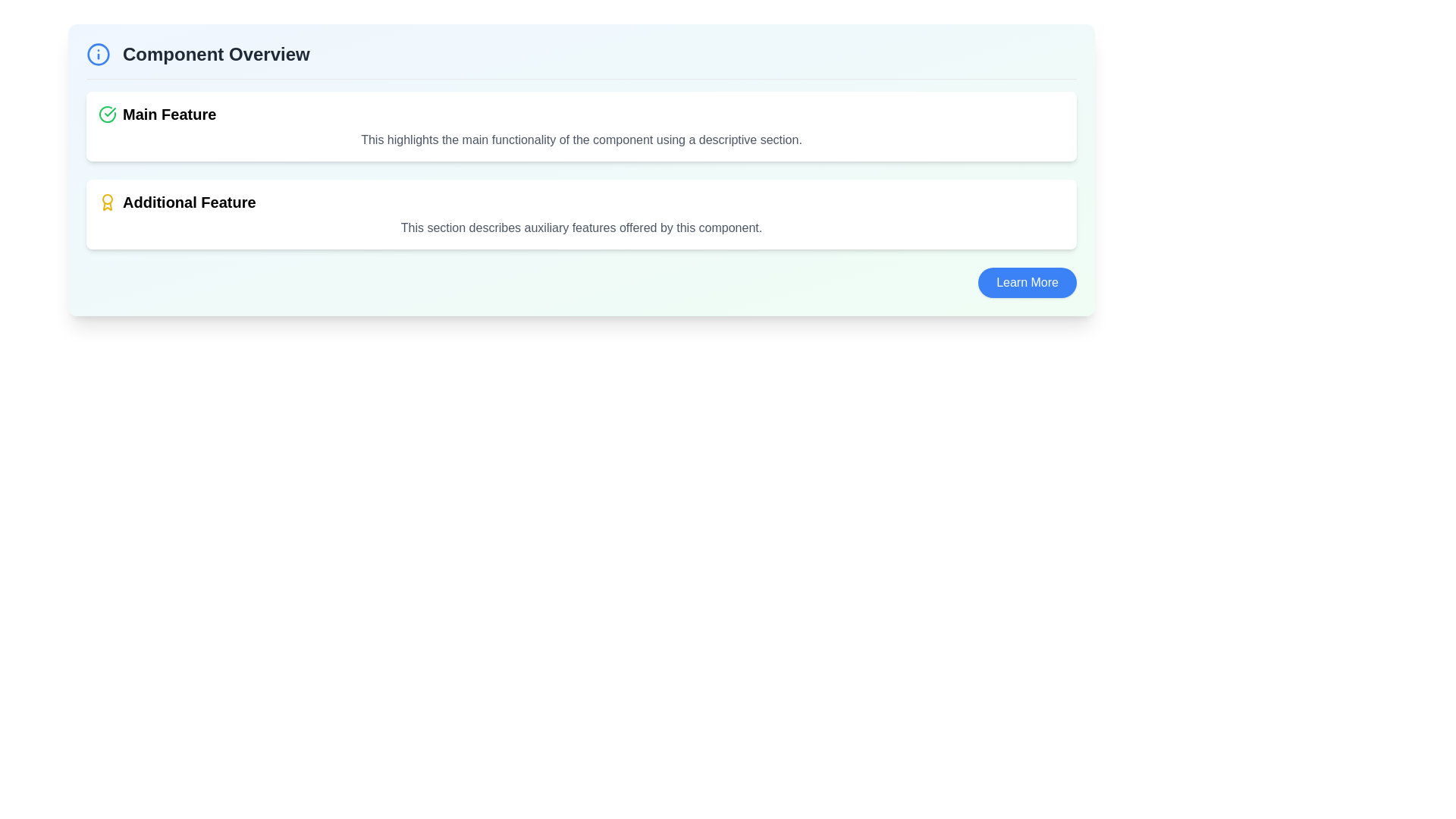 Image resolution: width=1456 pixels, height=819 pixels. Describe the element at coordinates (1028, 283) in the screenshot. I see `the blue 'Learn More' button located at the bottom-right corner of the 'Additional Feature' section` at that location.